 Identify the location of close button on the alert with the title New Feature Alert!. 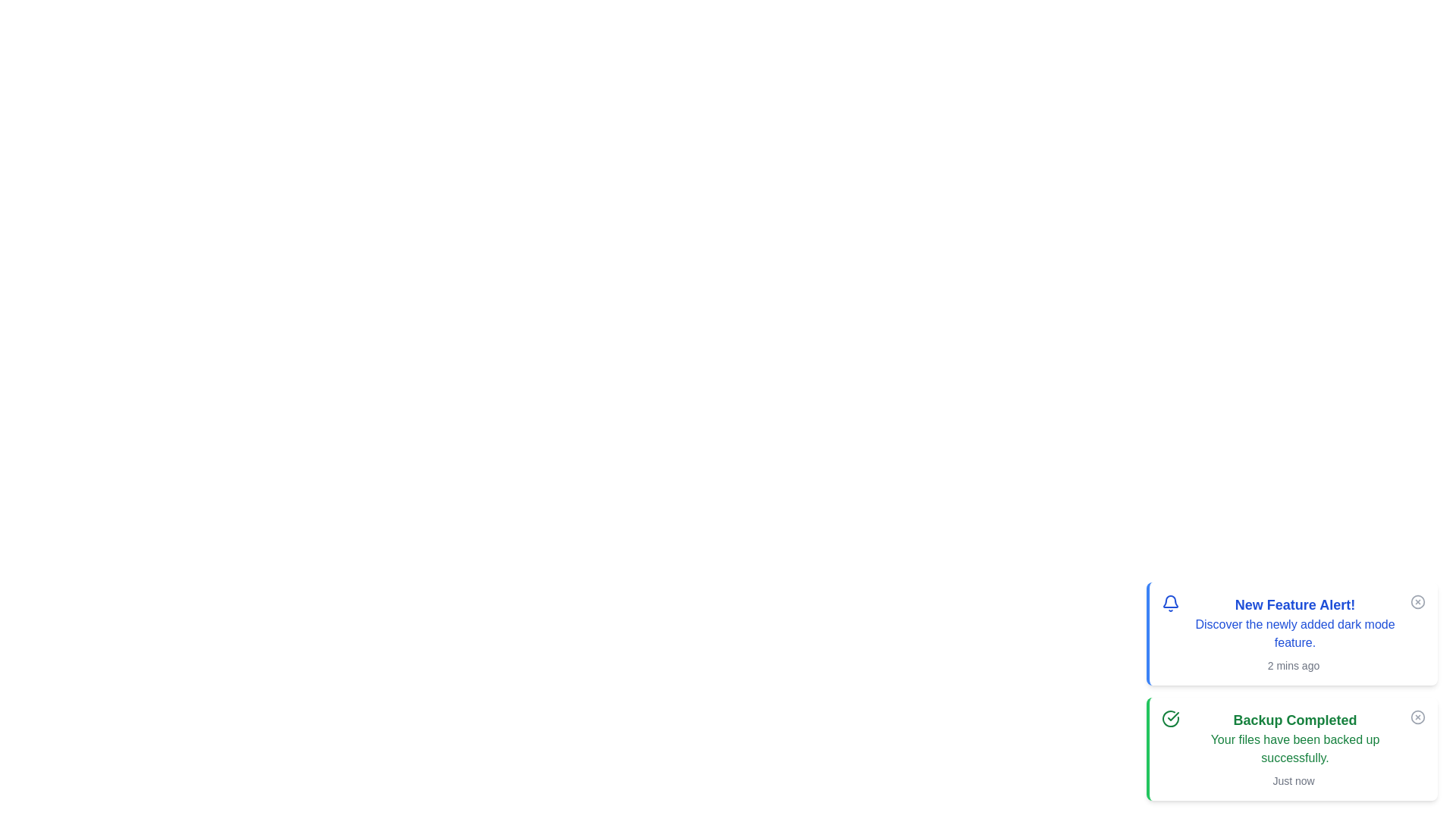
(1417, 601).